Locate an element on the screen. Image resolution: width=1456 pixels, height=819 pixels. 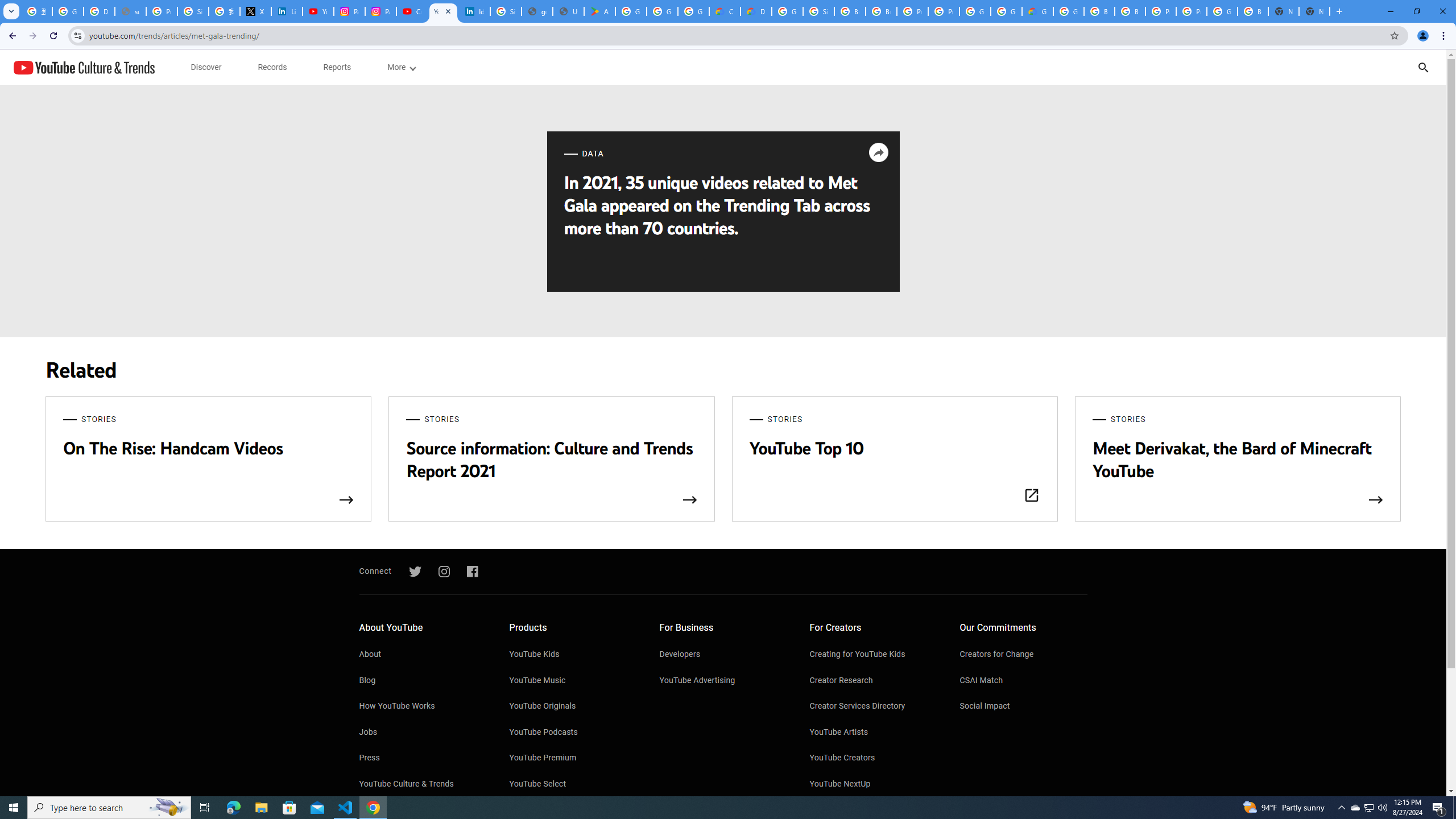
'YouTube Content Monetization Policies - How YouTube Works' is located at coordinates (317, 11).